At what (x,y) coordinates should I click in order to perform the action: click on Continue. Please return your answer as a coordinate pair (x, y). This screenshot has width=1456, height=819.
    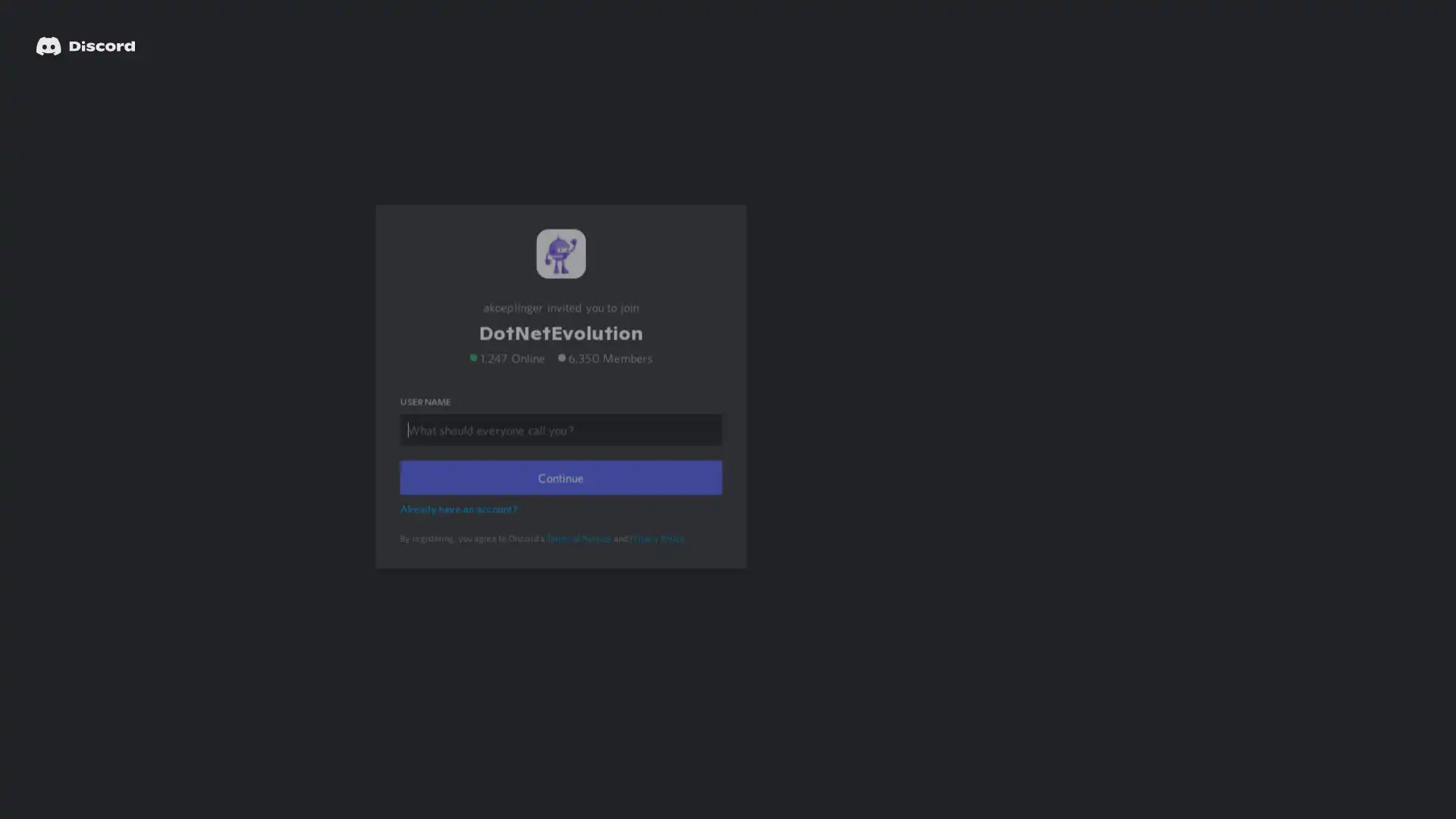
    Looking at the image, I should click on (560, 497).